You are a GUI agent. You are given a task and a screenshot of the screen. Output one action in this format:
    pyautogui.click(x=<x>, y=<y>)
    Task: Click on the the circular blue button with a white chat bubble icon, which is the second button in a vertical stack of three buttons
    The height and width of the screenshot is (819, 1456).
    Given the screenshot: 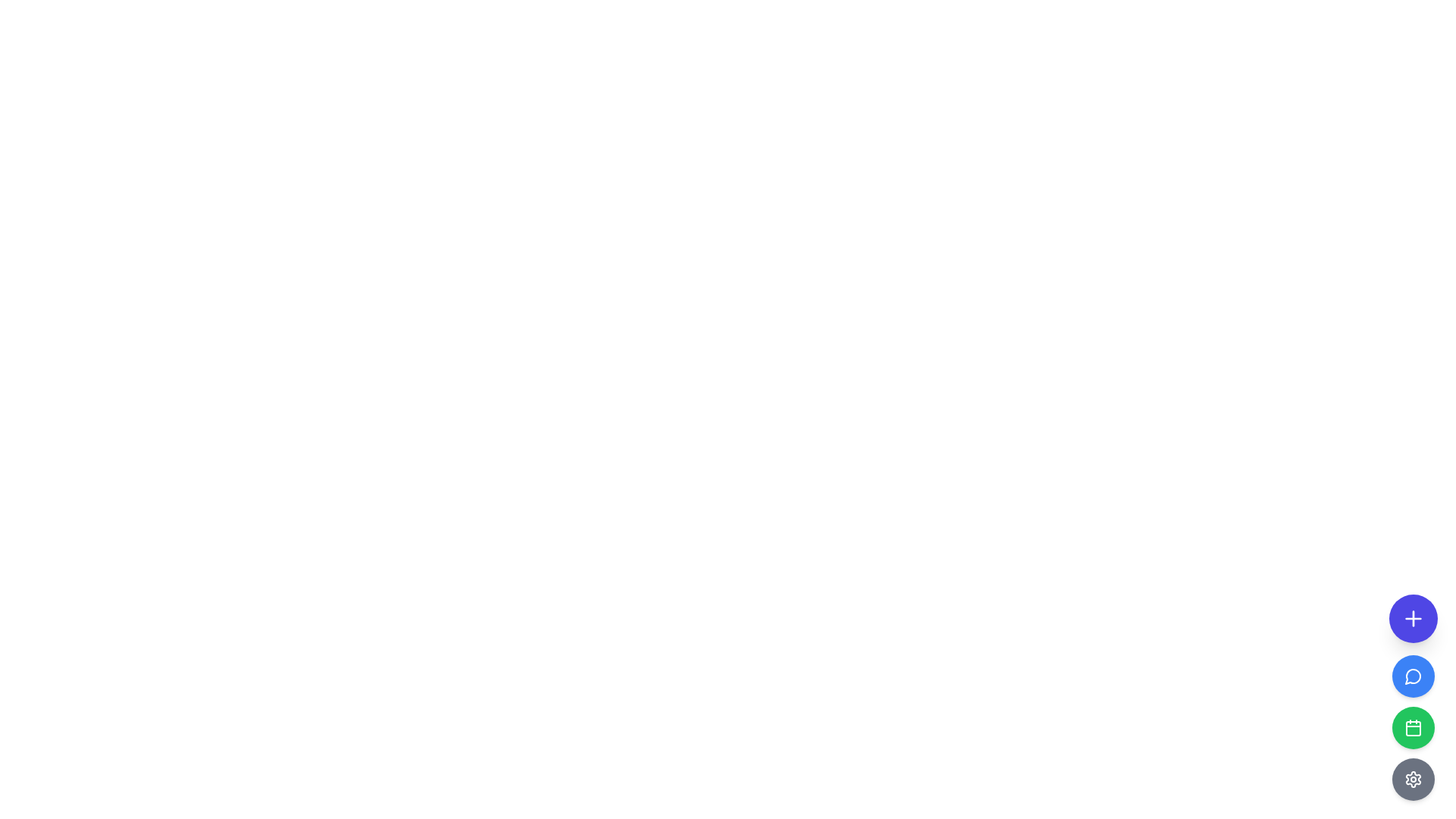 What is the action you would take?
    pyautogui.click(x=1412, y=675)
    